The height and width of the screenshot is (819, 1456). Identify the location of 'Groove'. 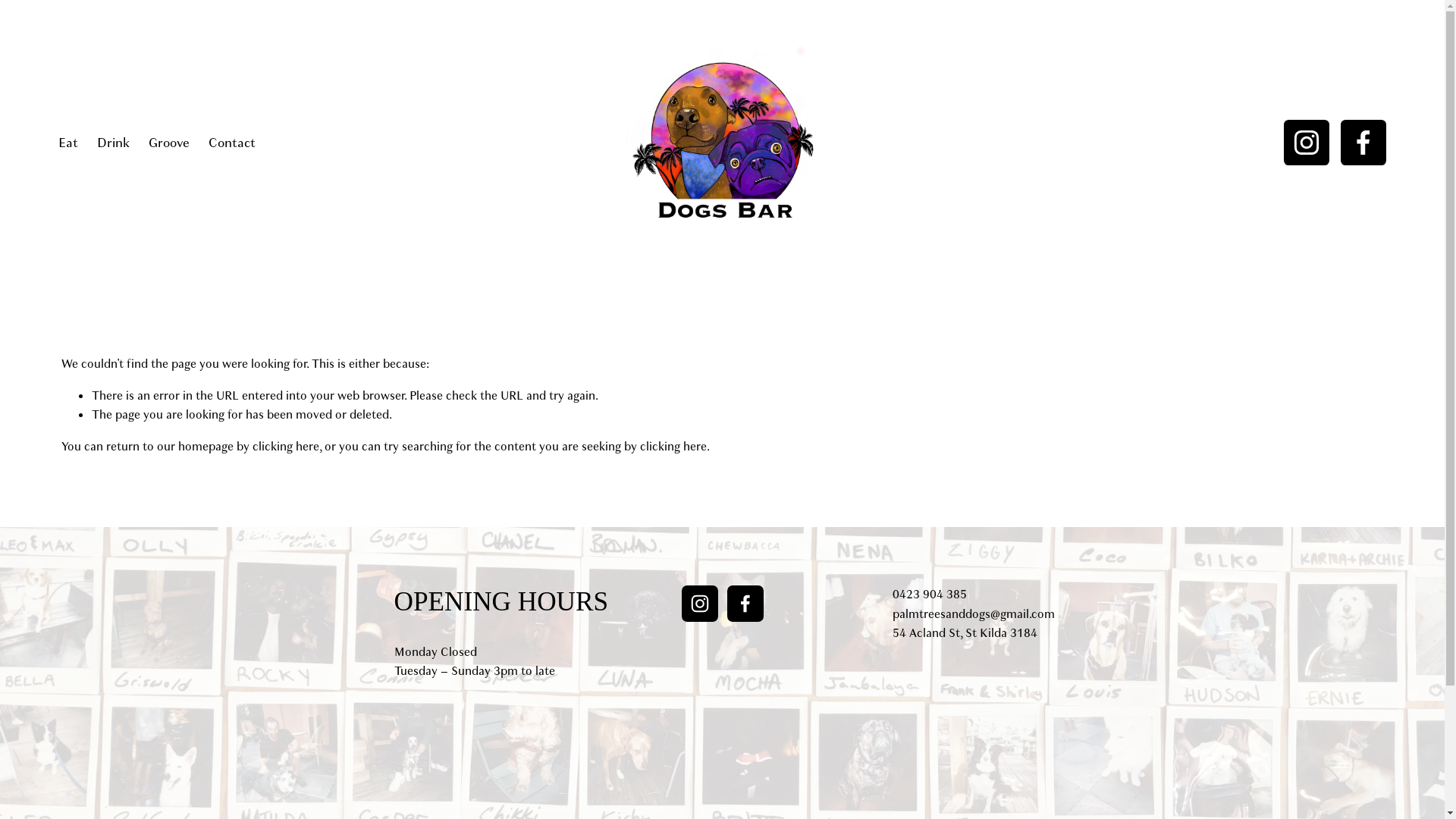
(168, 143).